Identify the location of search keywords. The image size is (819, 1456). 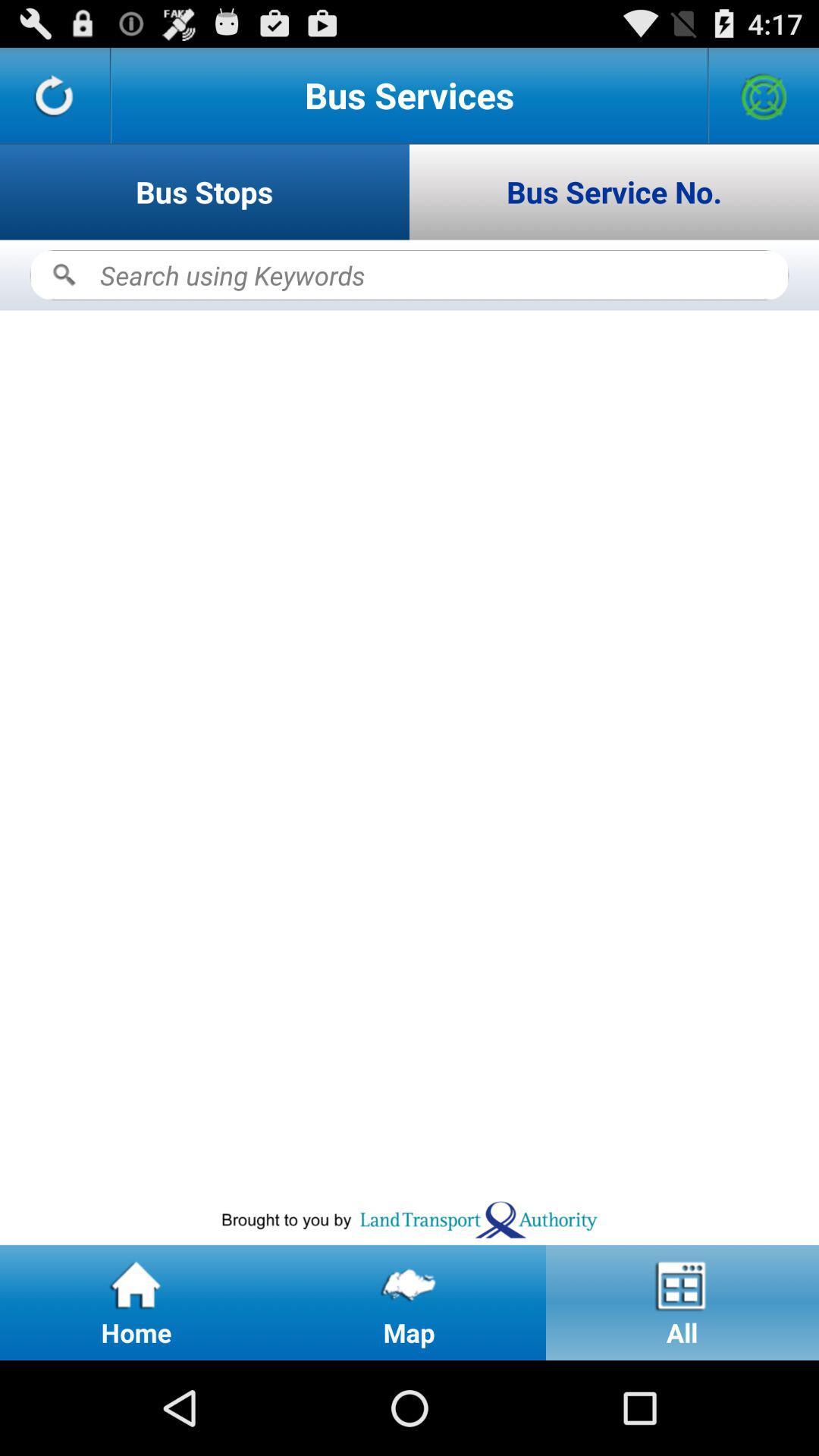
(409, 275).